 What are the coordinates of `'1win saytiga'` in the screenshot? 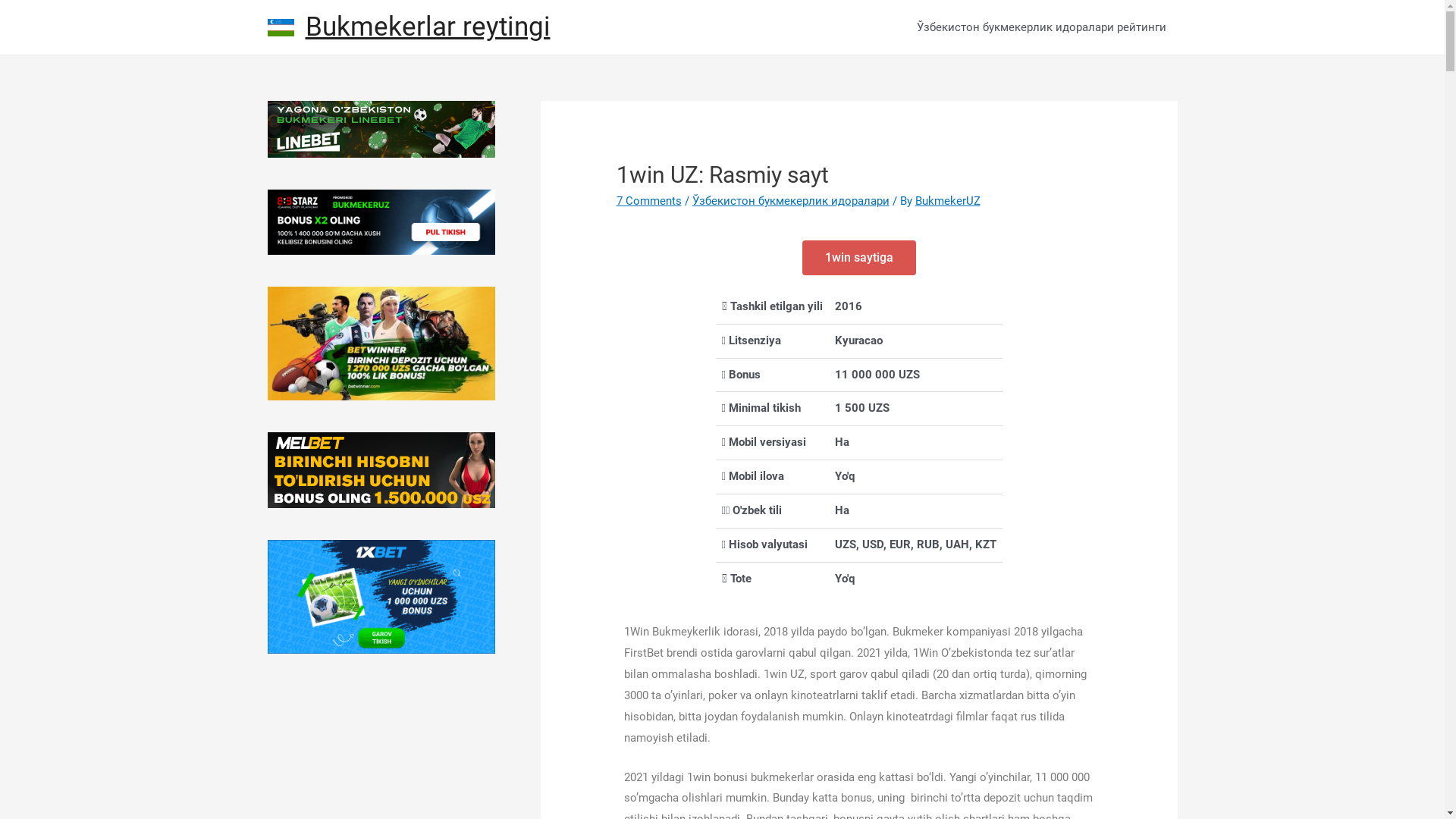 It's located at (858, 256).